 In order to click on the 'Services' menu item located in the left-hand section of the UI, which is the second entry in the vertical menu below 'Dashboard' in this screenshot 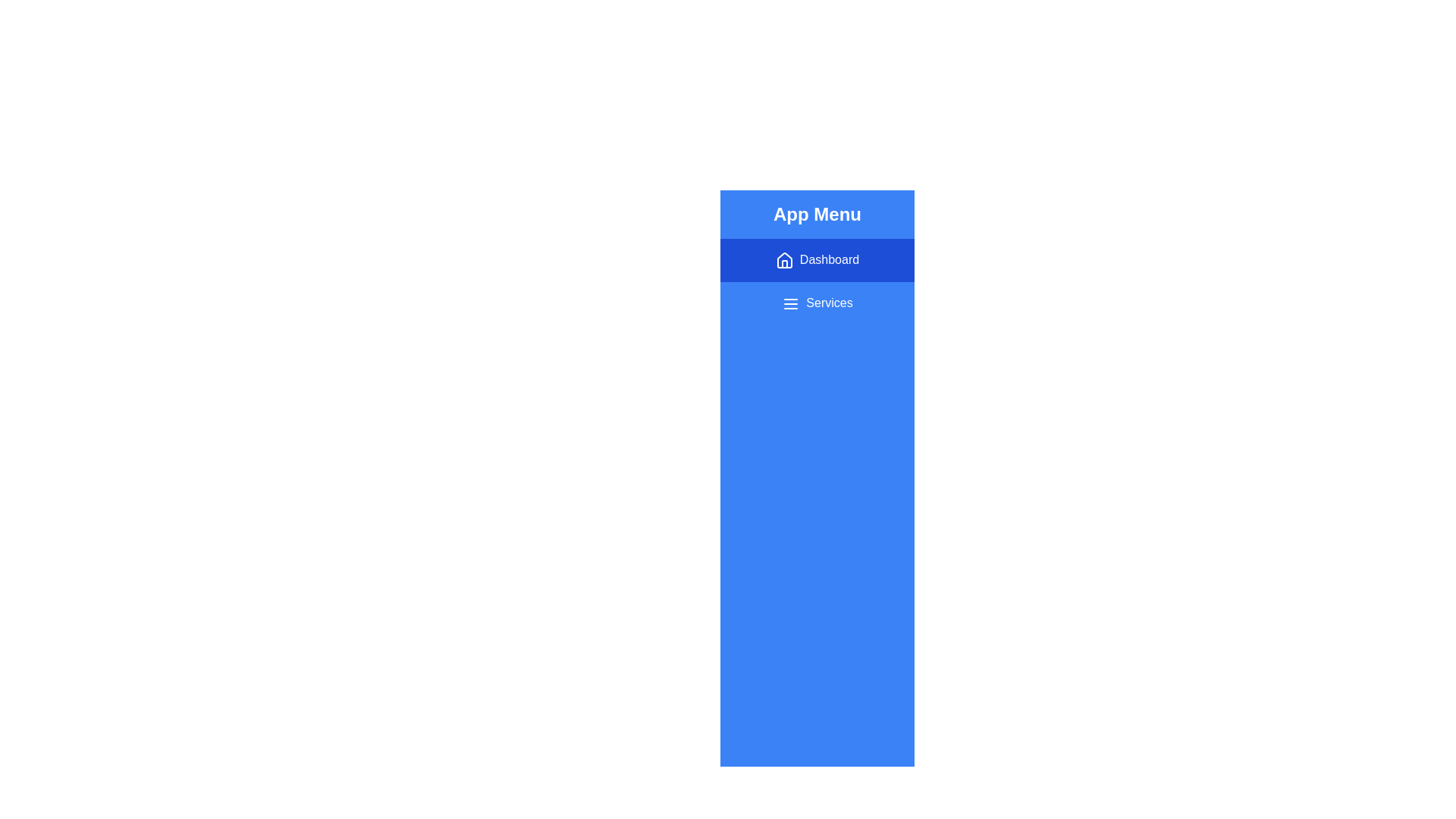, I will do `click(817, 303)`.